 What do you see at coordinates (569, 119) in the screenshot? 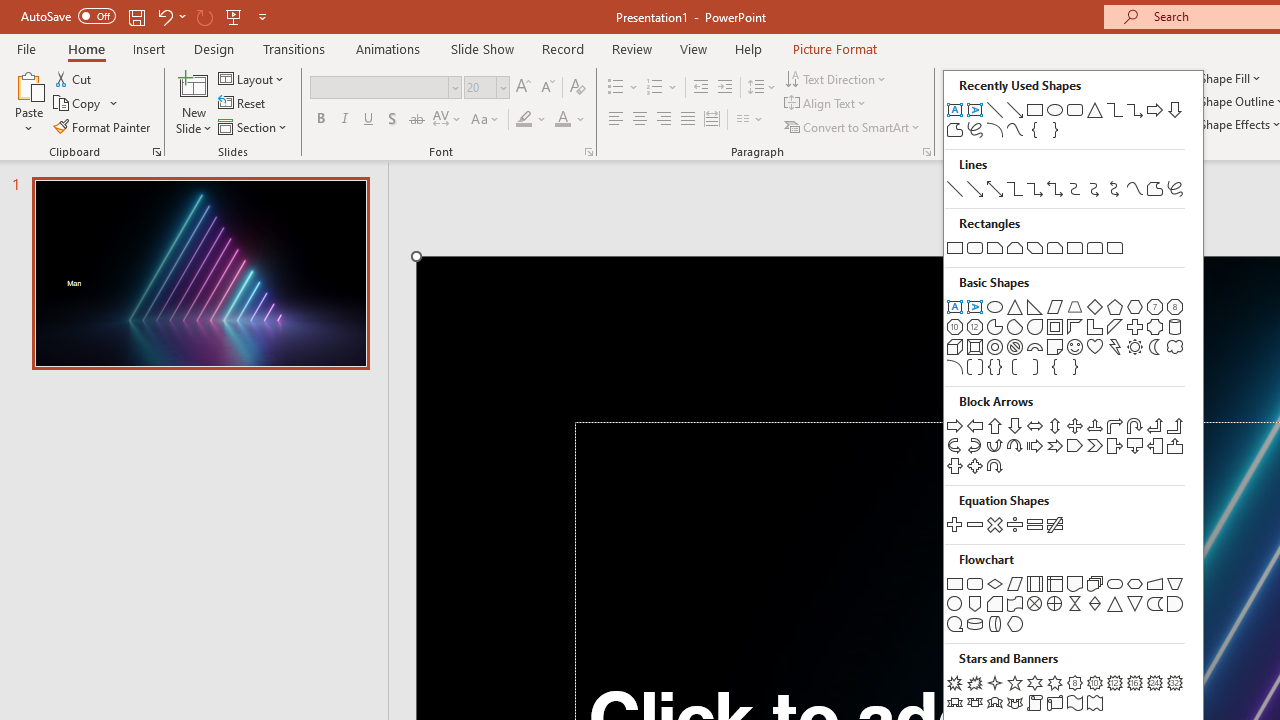
I see `'Font Color'` at bounding box center [569, 119].